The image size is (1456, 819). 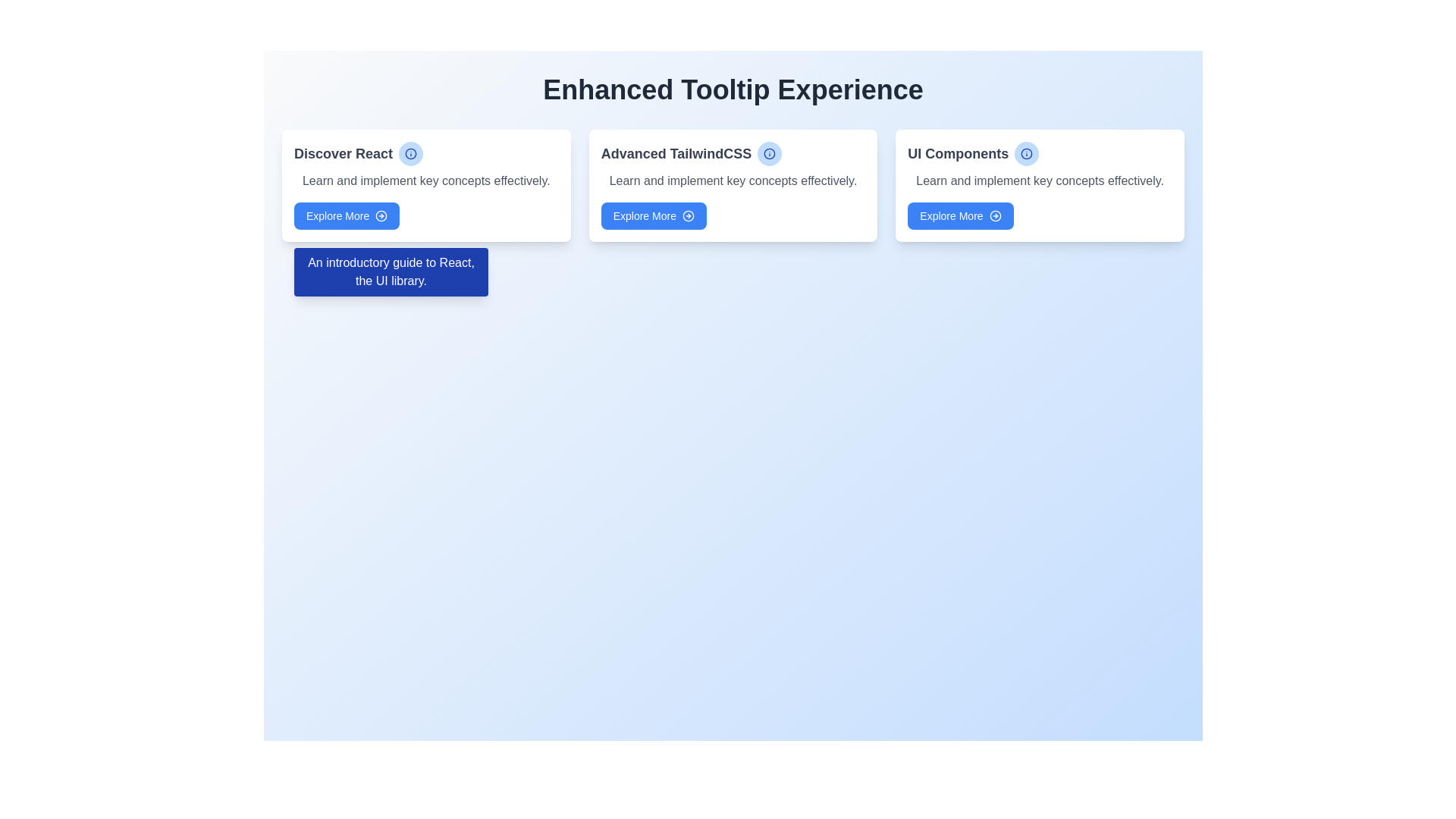 I want to click on descriptive text label located in the center card below the title 'Advanced TailwindCSS' and above the button 'Explore More', so click(x=733, y=180).